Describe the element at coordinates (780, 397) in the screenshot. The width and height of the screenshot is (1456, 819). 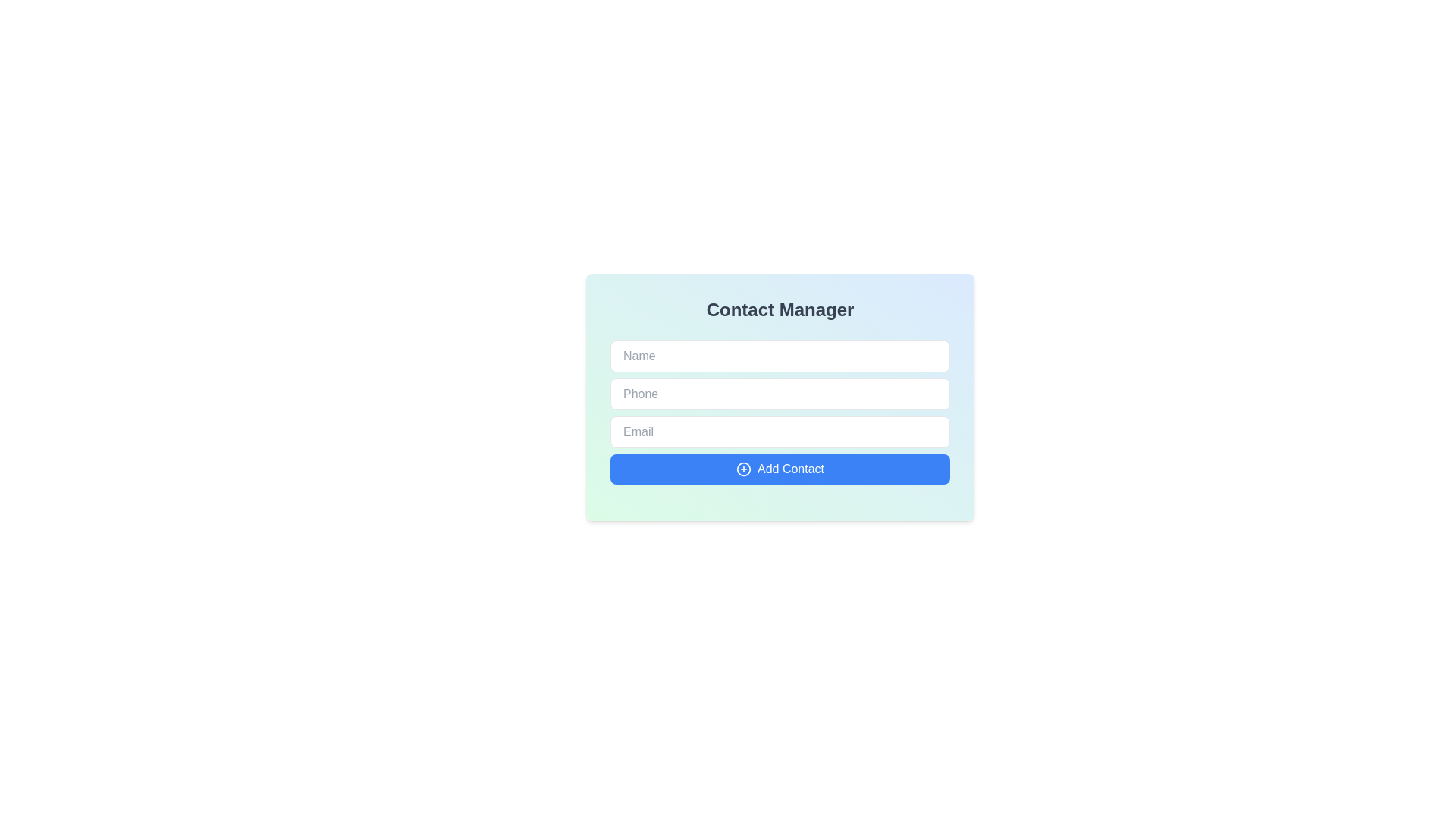
I see `and clear the text input field located centrally below the 'Name' input and above the 'Email' input in the form layout by selecting all text and deleting it` at that location.